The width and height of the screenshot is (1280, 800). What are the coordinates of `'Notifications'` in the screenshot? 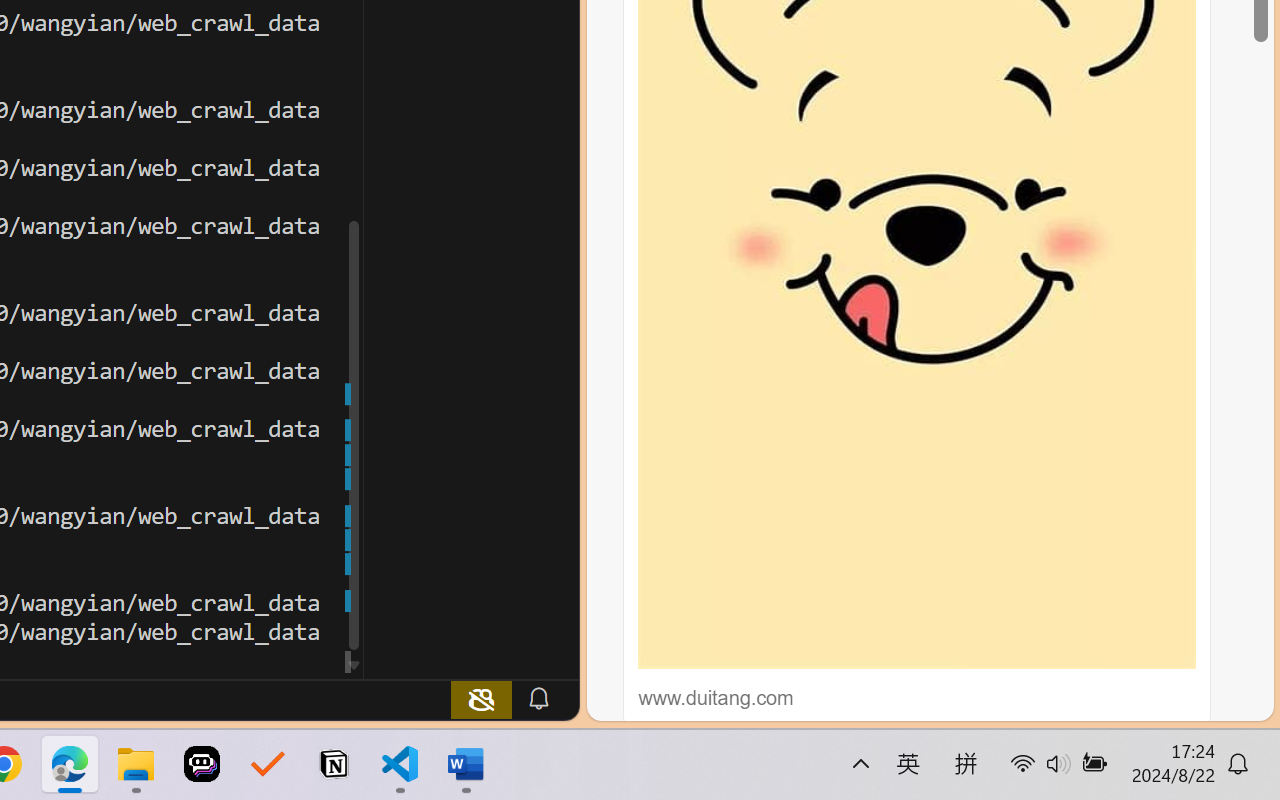 It's located at (538, 698).